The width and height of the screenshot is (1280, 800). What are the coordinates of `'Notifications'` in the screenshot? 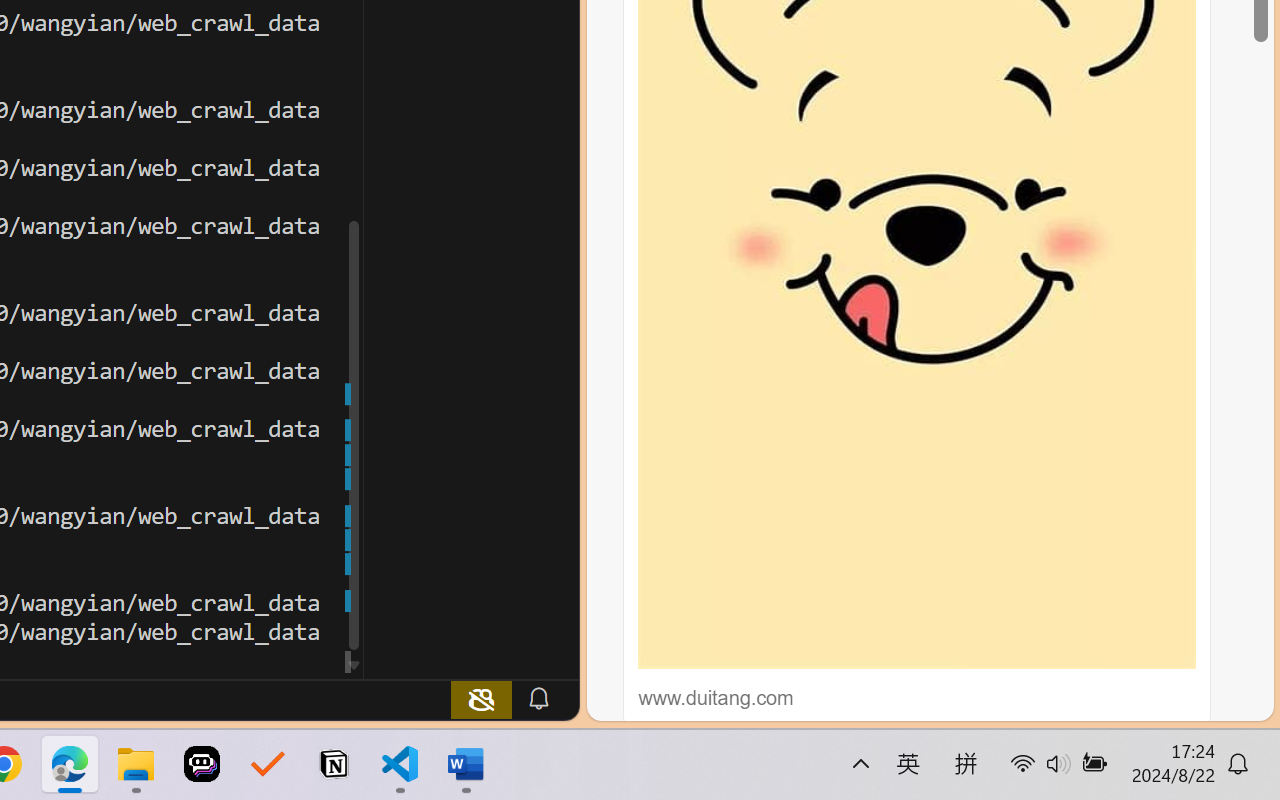 It's located at (538, 698).